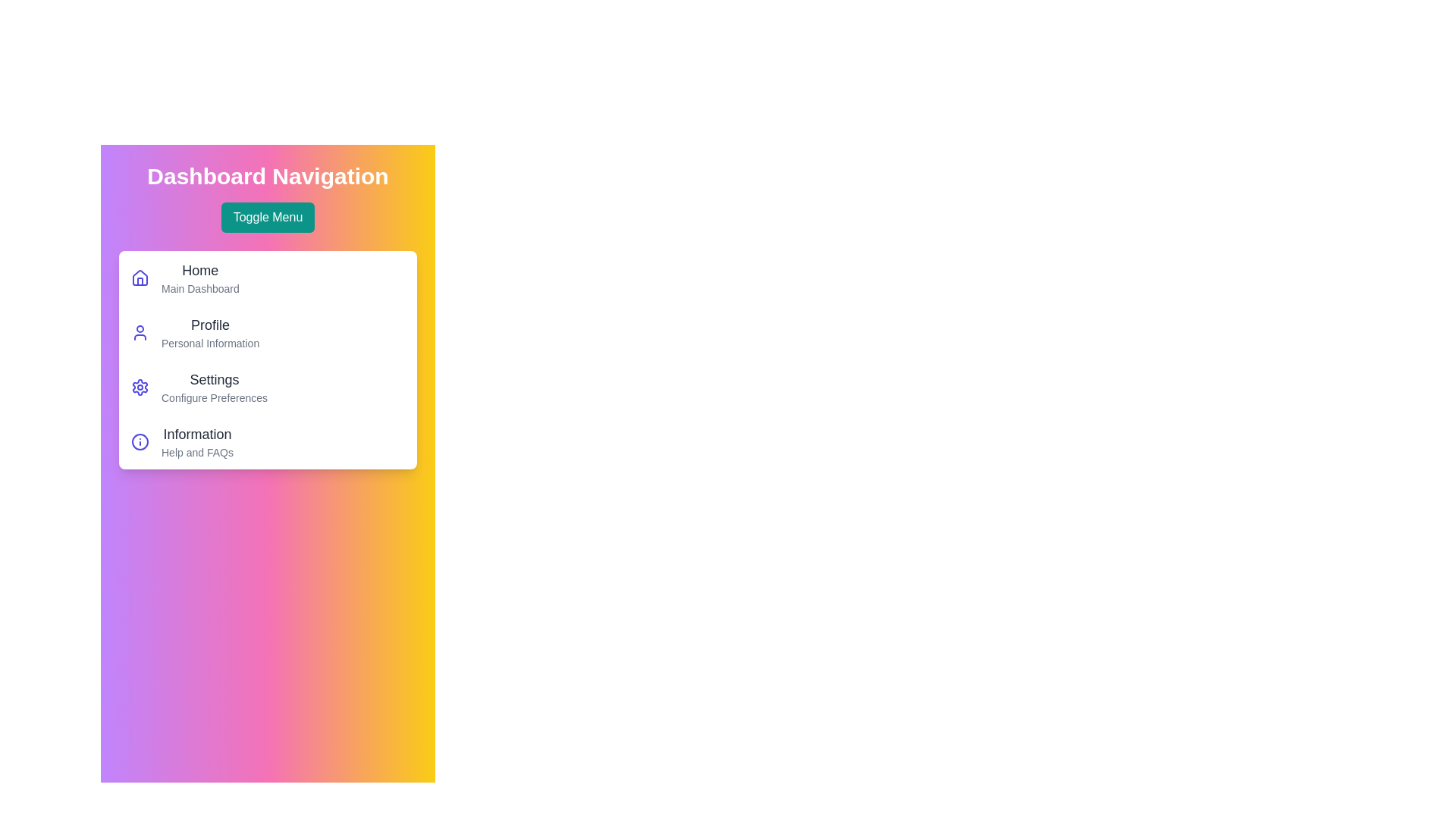 The width and height of the screenshot is (1456, 819). Describe the element at coordinates (214, 379) in the screenshot. I see `the menu item labeled Settings` at that location.